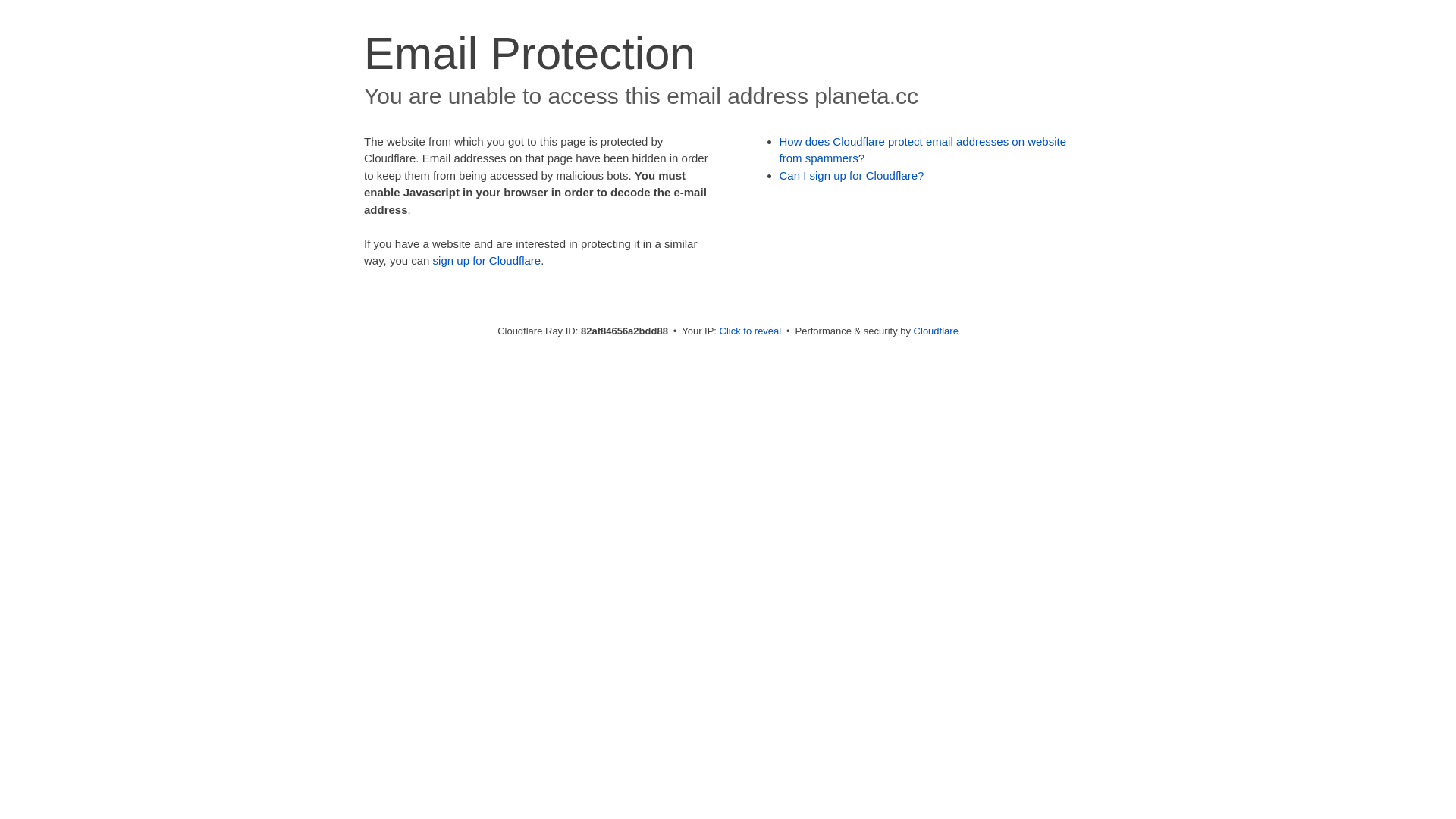  What do you see at coordinates (852, 174) in the screenshot?
I see `'Can I sign up for Cloudflare?'` at bounding box center [852, 174].